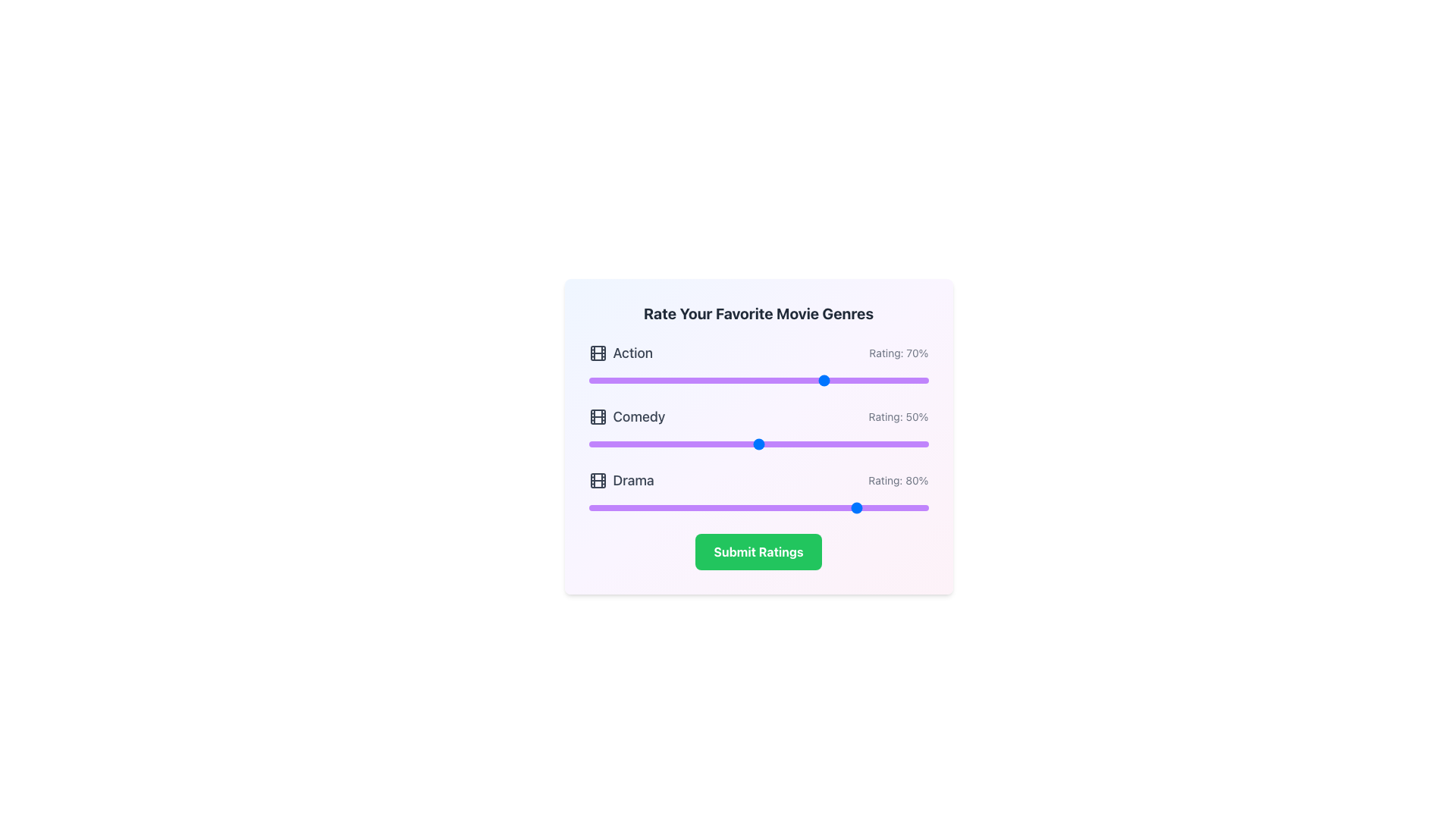  Describe the element at coordinates (597, 417) in the screenshot. I see `the 'Comedy' genre icon, which is located to the left of the text 'Comedy' in the middle row of movie genres` at that location.